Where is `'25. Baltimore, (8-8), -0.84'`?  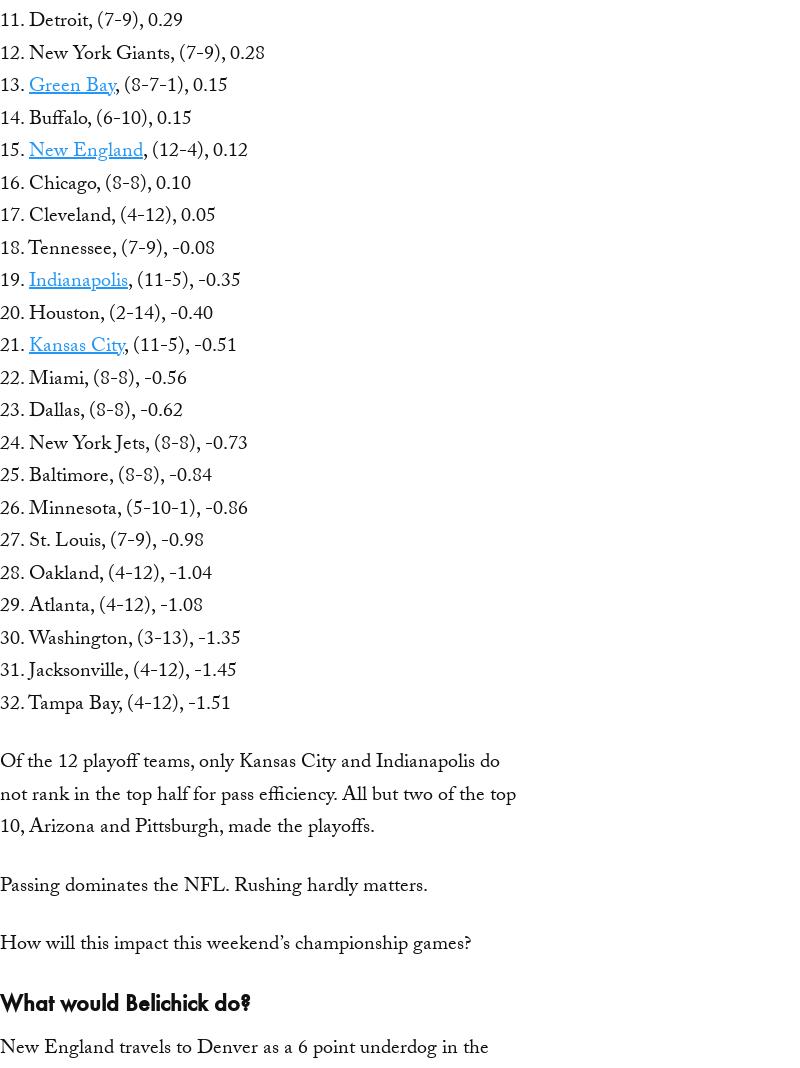 '25. Baltimore, (8-8), -0.84' is located at coordinates (105, 478).